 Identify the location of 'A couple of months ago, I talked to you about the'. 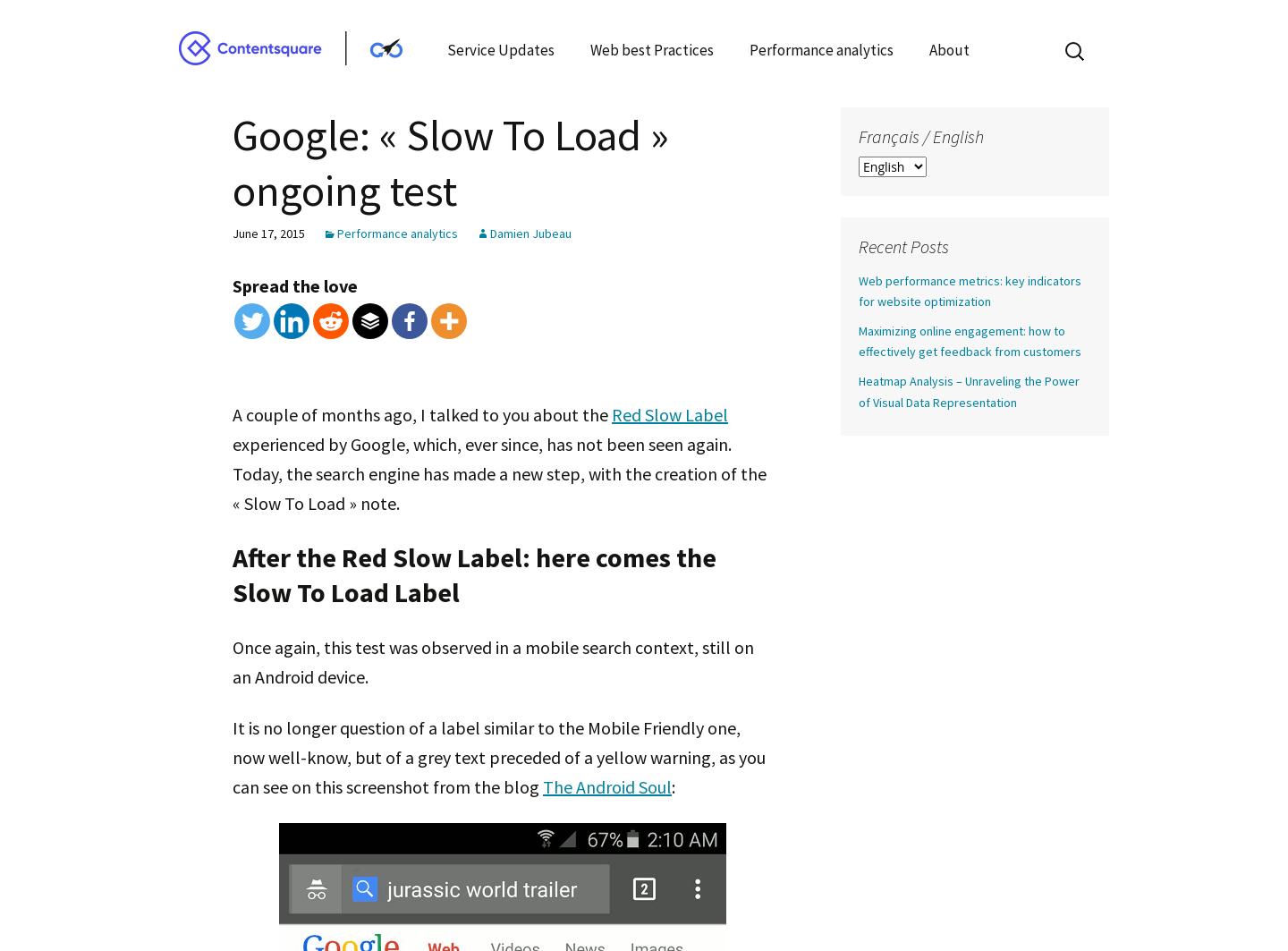
(422, 413).